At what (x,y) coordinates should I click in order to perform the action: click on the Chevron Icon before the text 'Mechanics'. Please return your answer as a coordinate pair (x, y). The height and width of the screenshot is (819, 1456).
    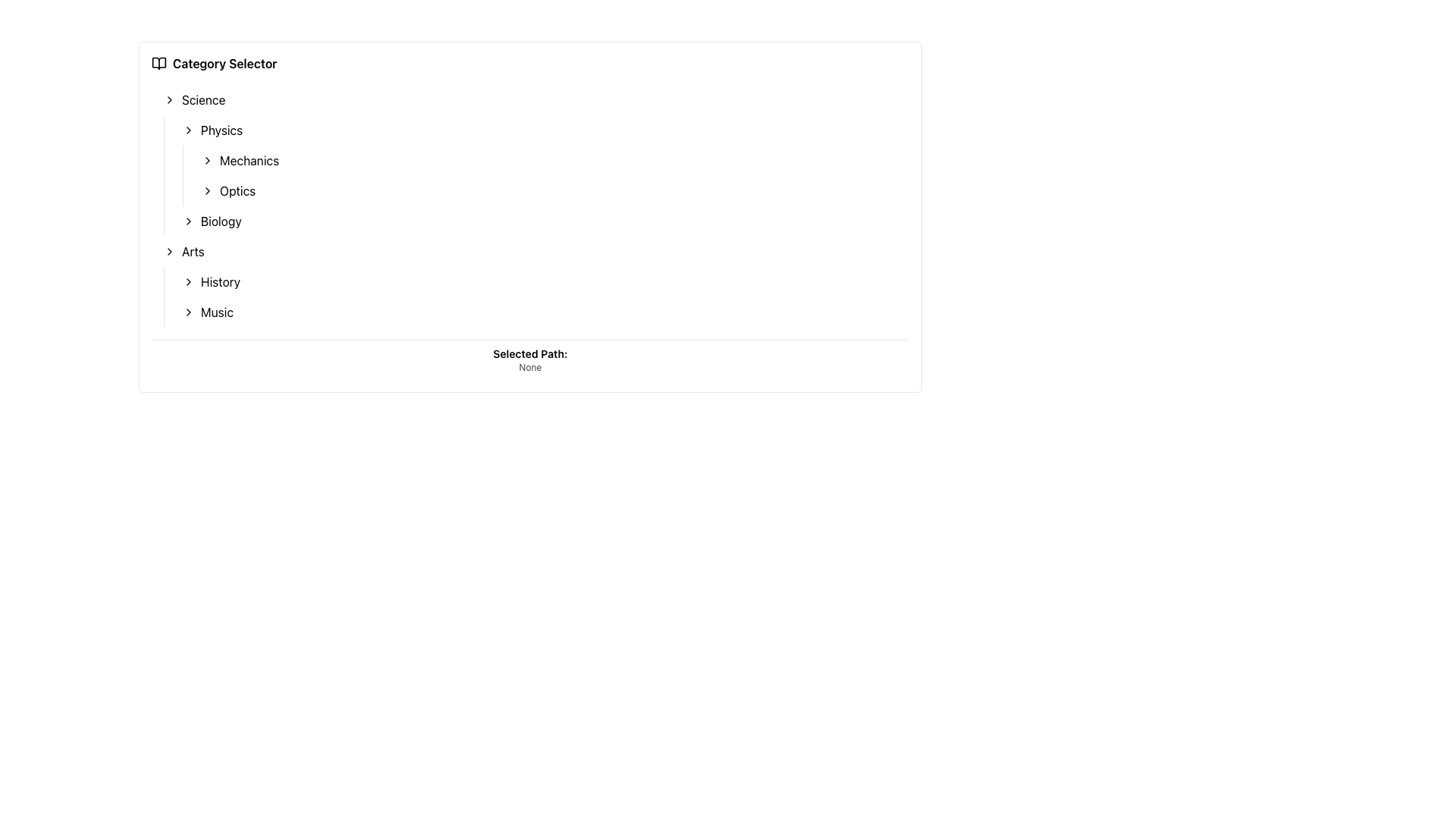
    Looking at the image, I should click on (206, 161).